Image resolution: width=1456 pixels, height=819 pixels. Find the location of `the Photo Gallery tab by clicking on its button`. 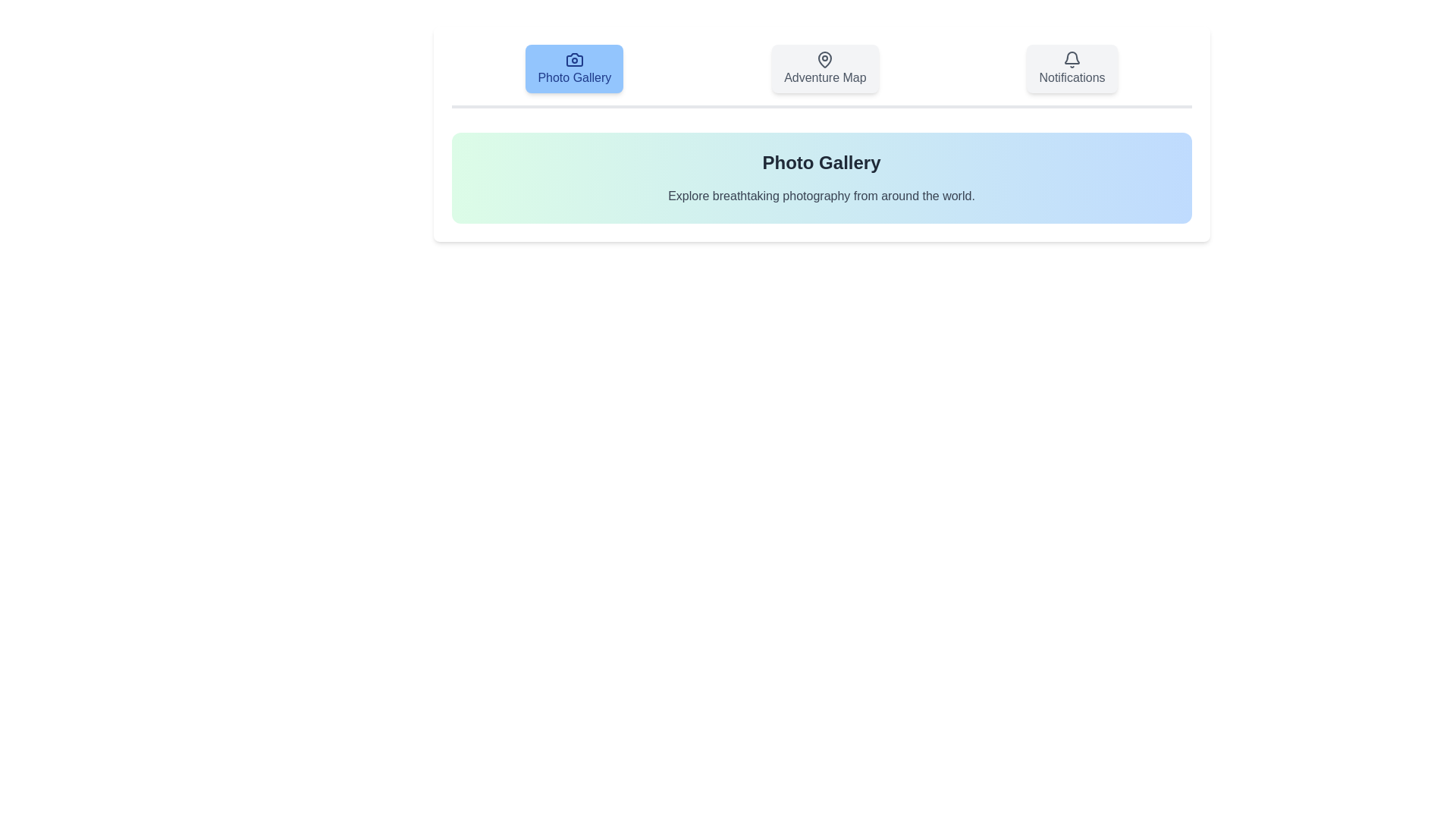

the Photo Gallery tab by clicking on its button is located at coordinates (573, 69).